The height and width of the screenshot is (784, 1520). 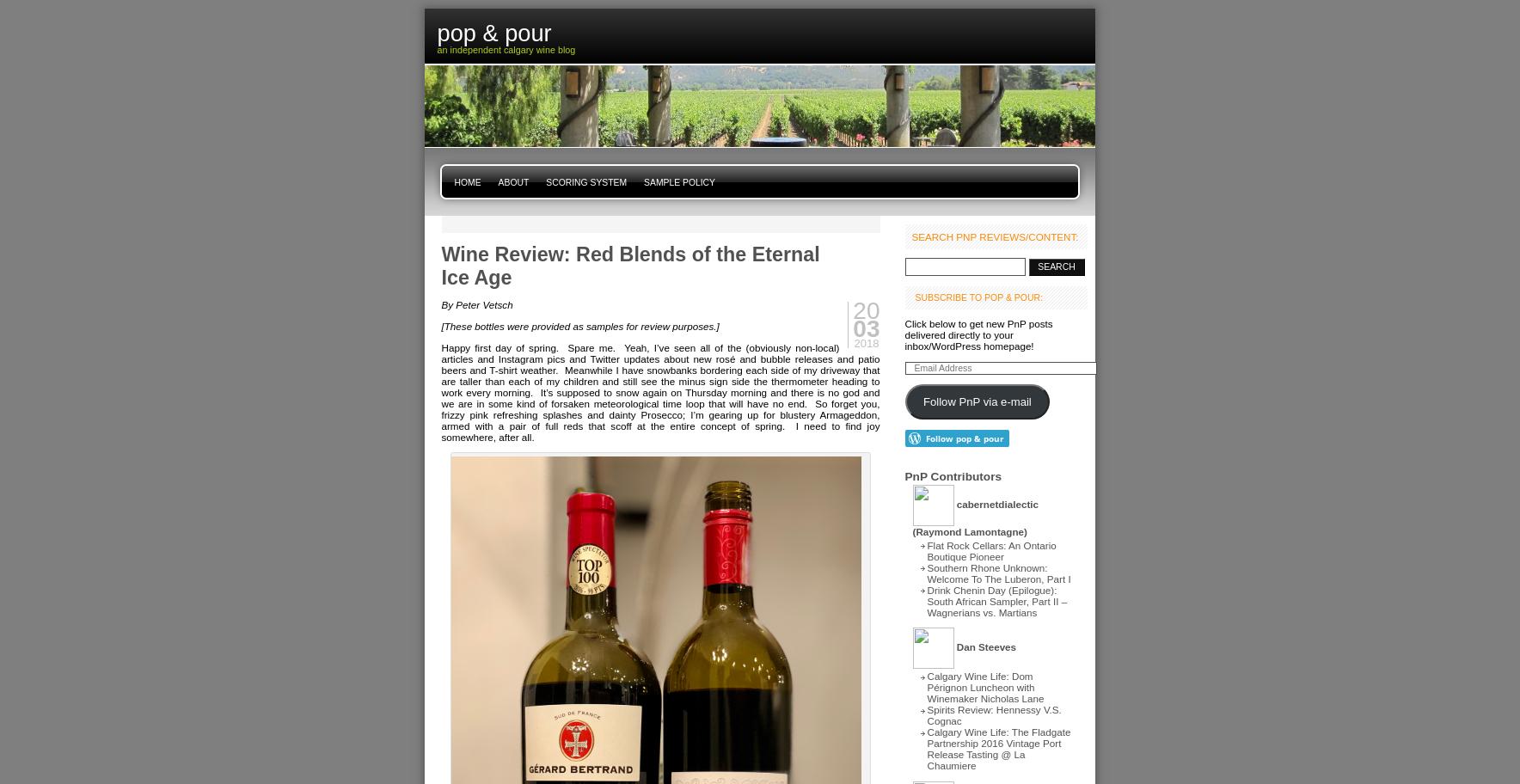 I want to click on 'Subscribe to Pop & Pour:', so click(x=913, y=297).